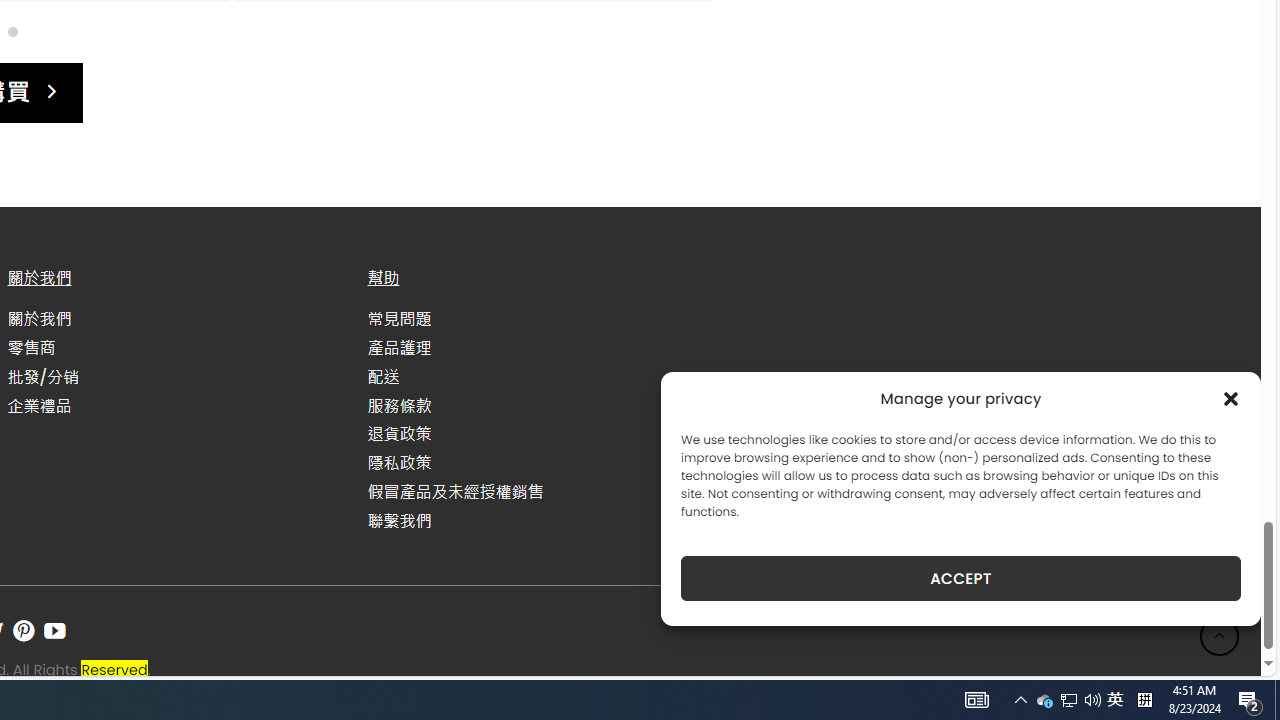 Image resolution: width=1280 pixels, height=720 pixels. I want to click on 'ACCEPT', so click(961, 578).